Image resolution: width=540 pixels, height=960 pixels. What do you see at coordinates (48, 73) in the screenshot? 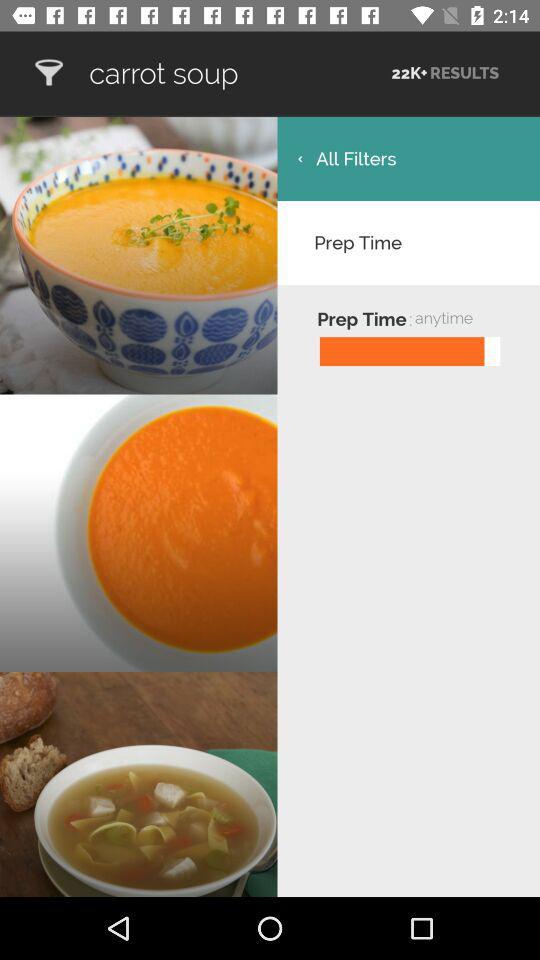
I see `apply filter` at bounding box center [48, 73].